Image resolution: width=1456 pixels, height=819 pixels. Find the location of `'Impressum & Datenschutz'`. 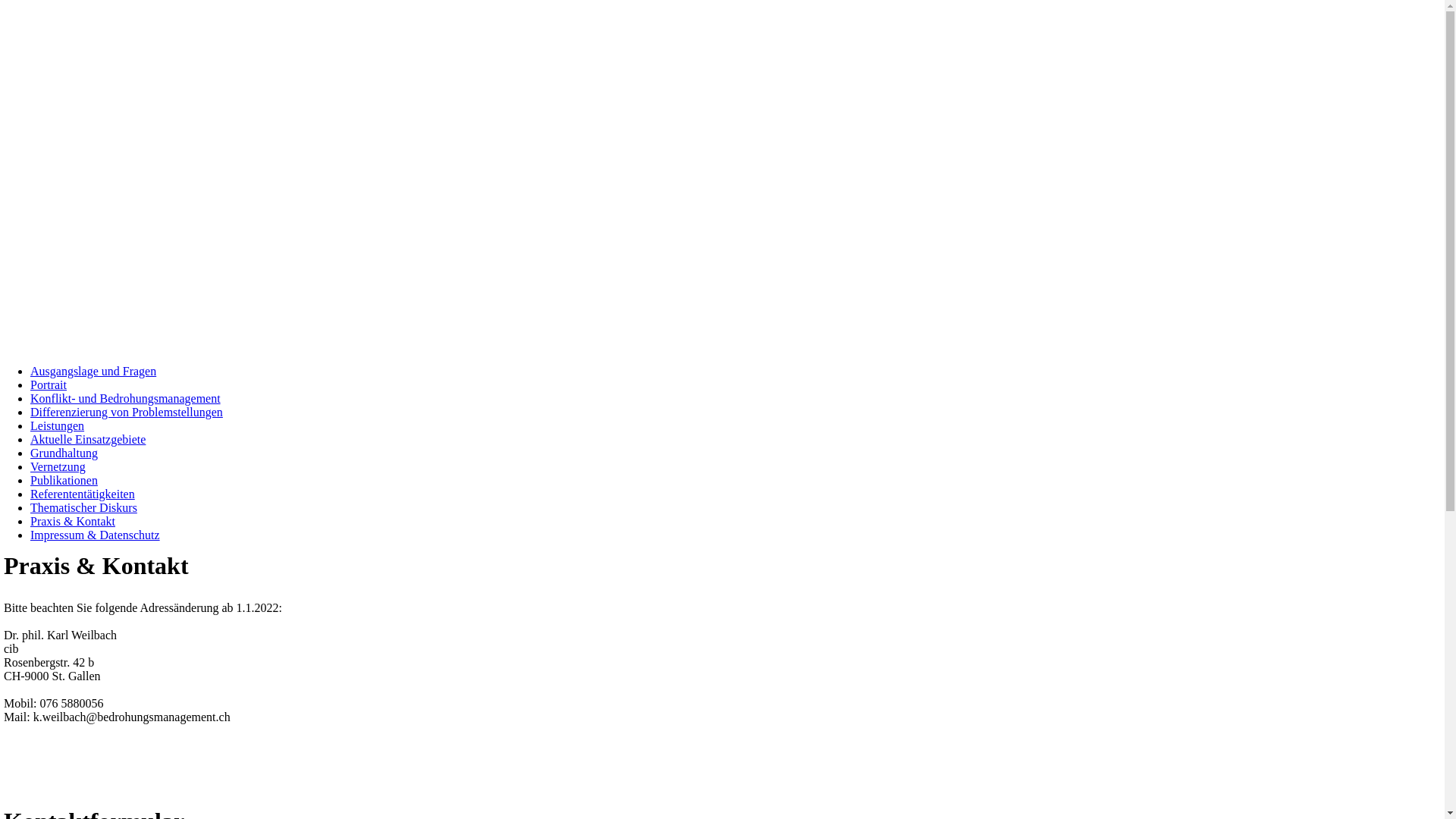

'Impressum & Datenschutz' is located at coordinates (94, 534).